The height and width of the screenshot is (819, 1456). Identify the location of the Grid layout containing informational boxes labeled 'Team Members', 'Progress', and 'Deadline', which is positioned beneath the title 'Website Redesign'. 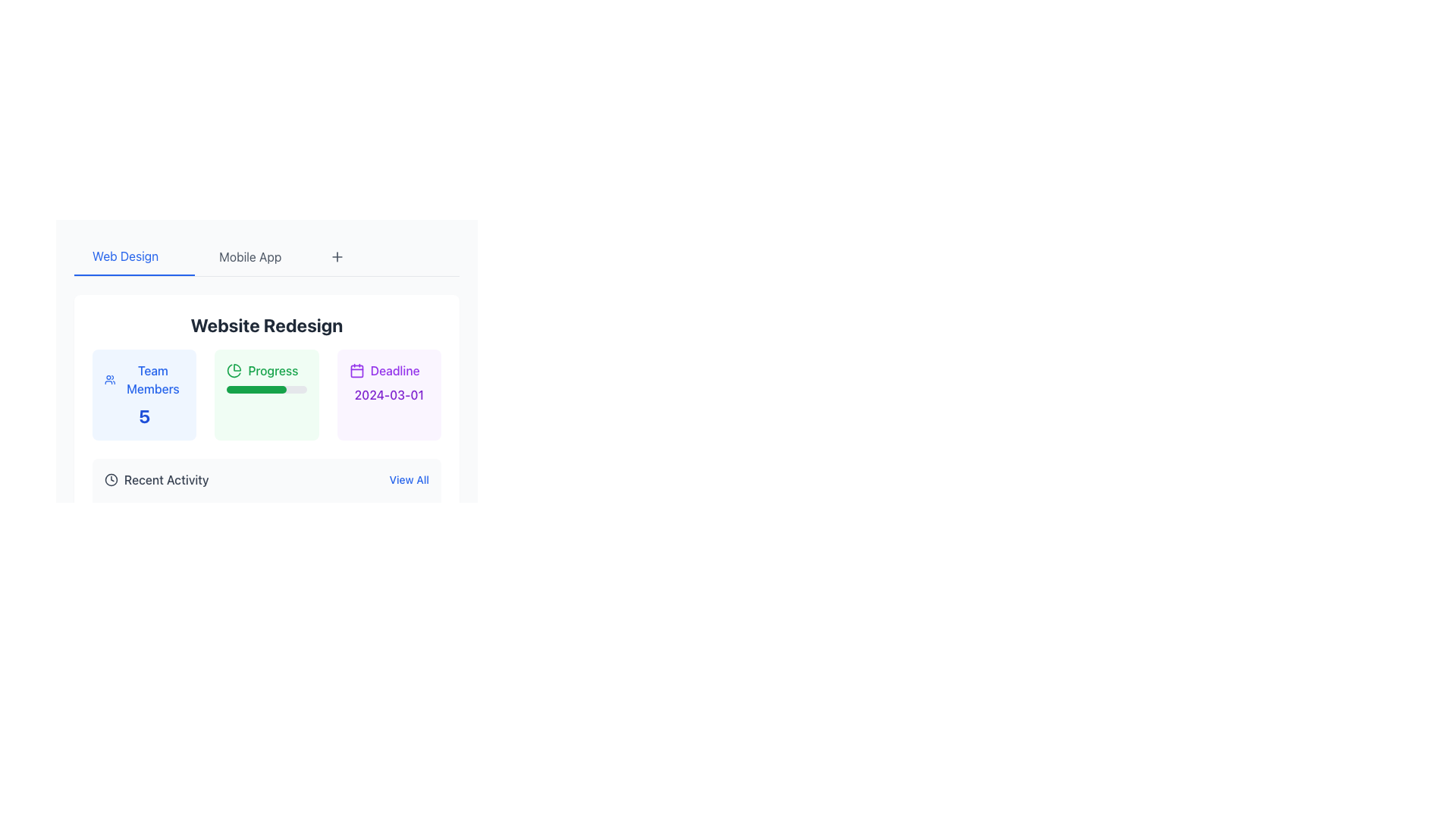
(266, 394).